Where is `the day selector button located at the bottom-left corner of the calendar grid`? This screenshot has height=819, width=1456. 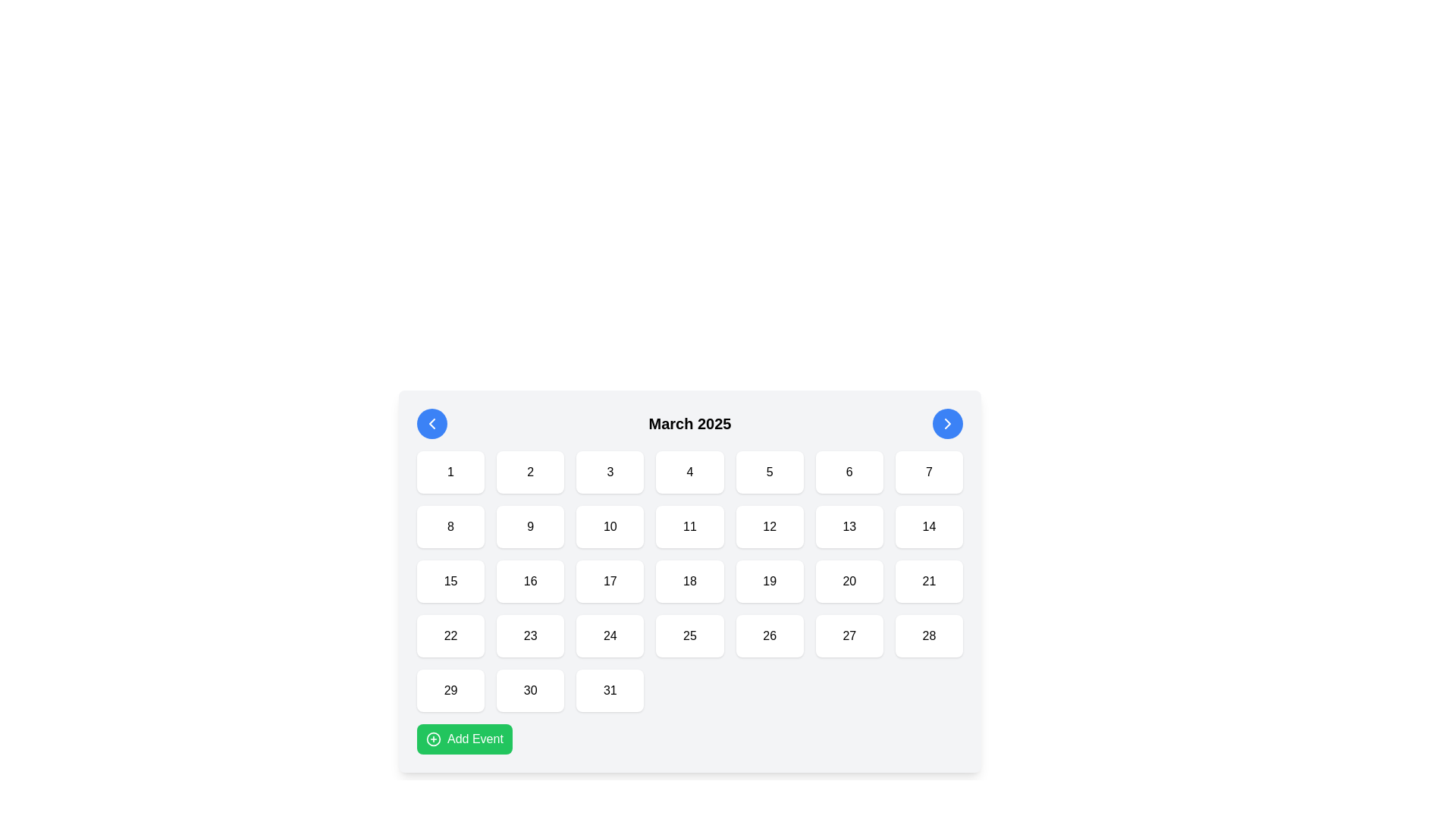
the day selector button located at the bottom-left corner of the calendar grid is located at coordinates (450, 690).